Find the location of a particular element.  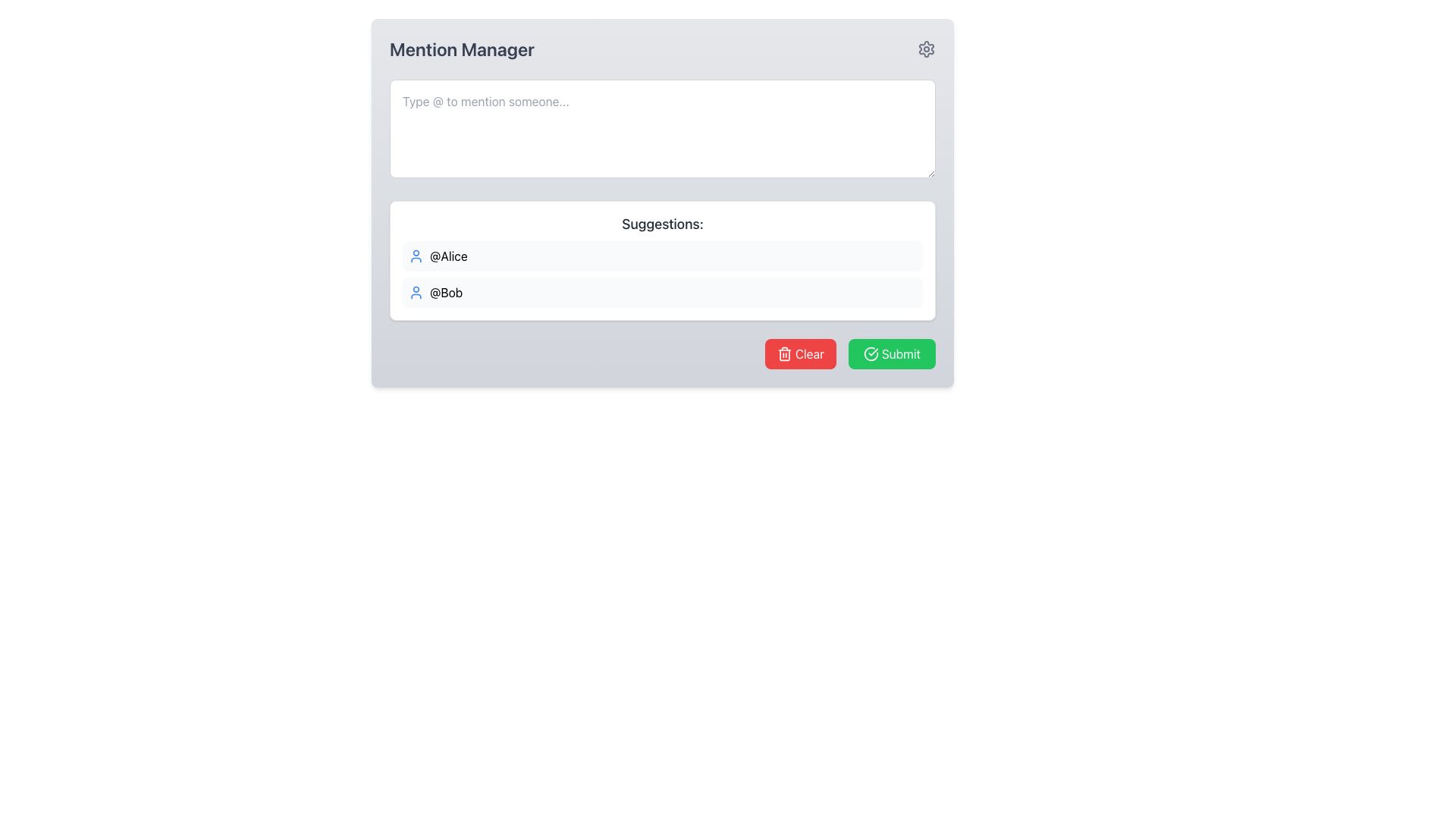

the large green 'Submit' button with a checkmark icon is located at coordinates (892, 353).